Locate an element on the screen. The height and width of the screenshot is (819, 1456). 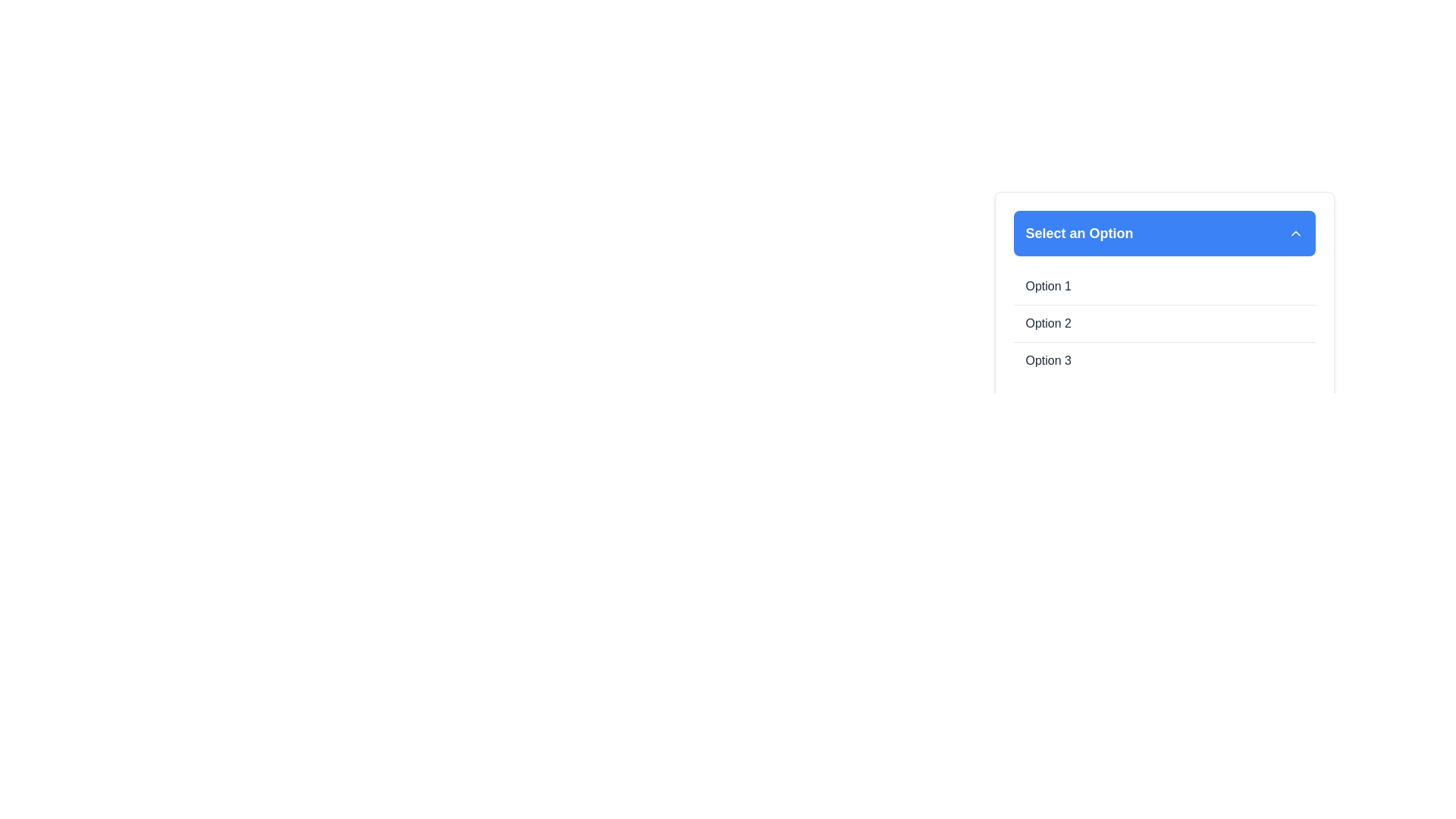
the third item in the dropdown menu is located at coordinates (1163, 360).